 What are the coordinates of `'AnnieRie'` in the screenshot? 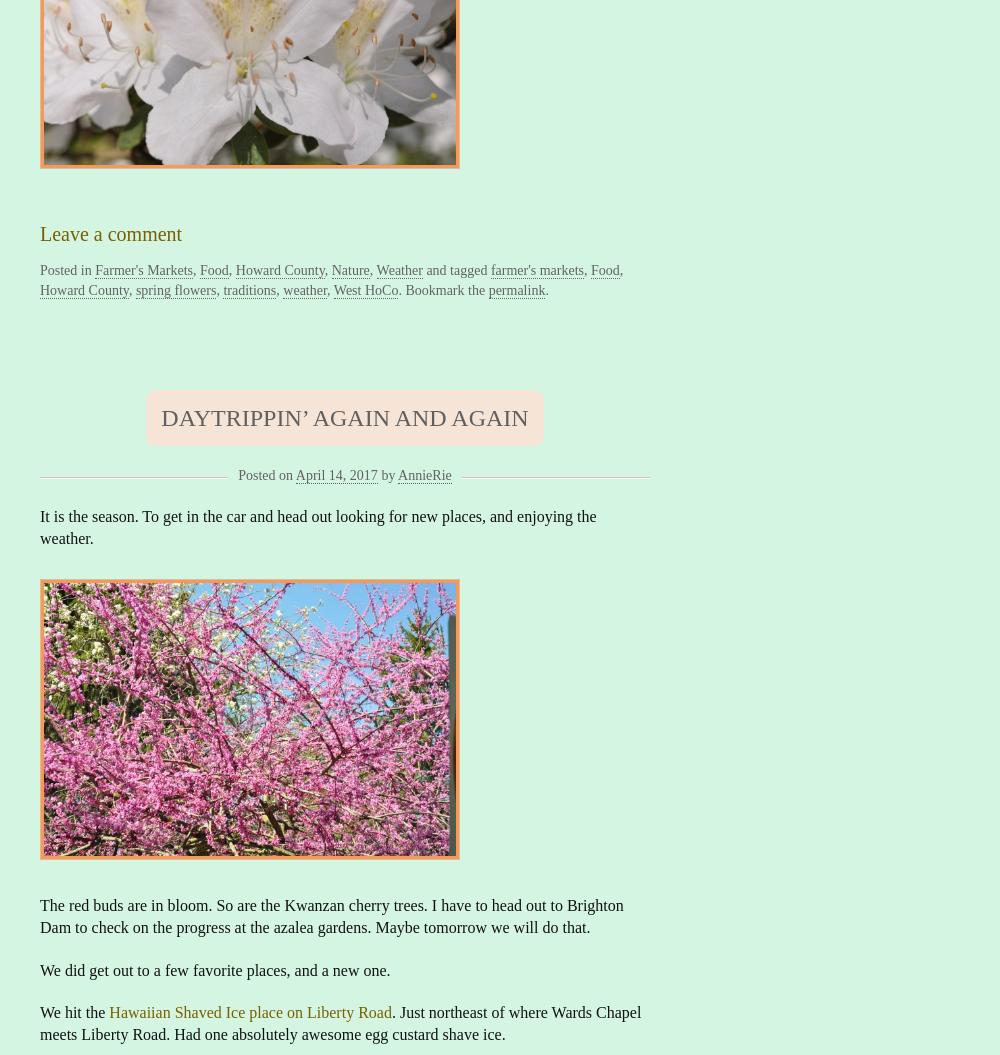 It's located at (424, 475).